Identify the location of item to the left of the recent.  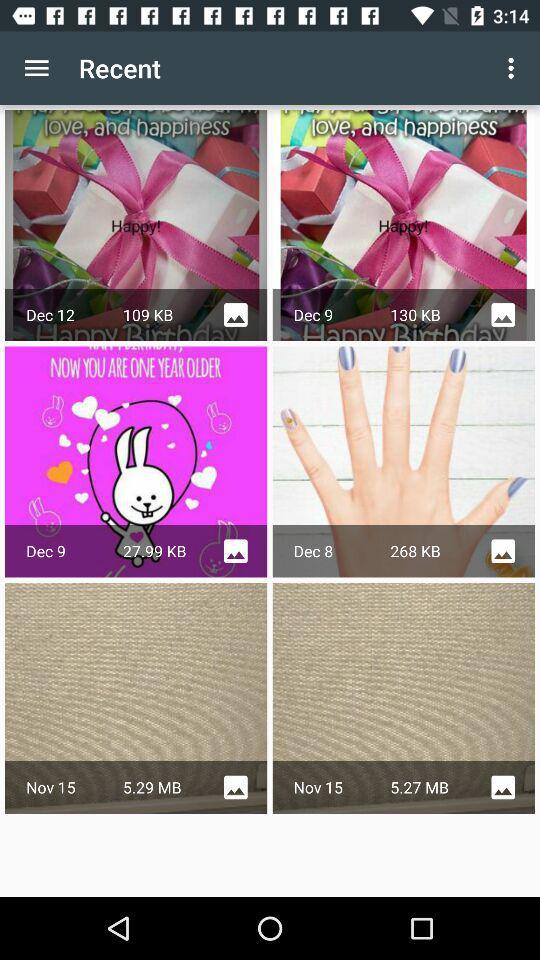
(36, 68).